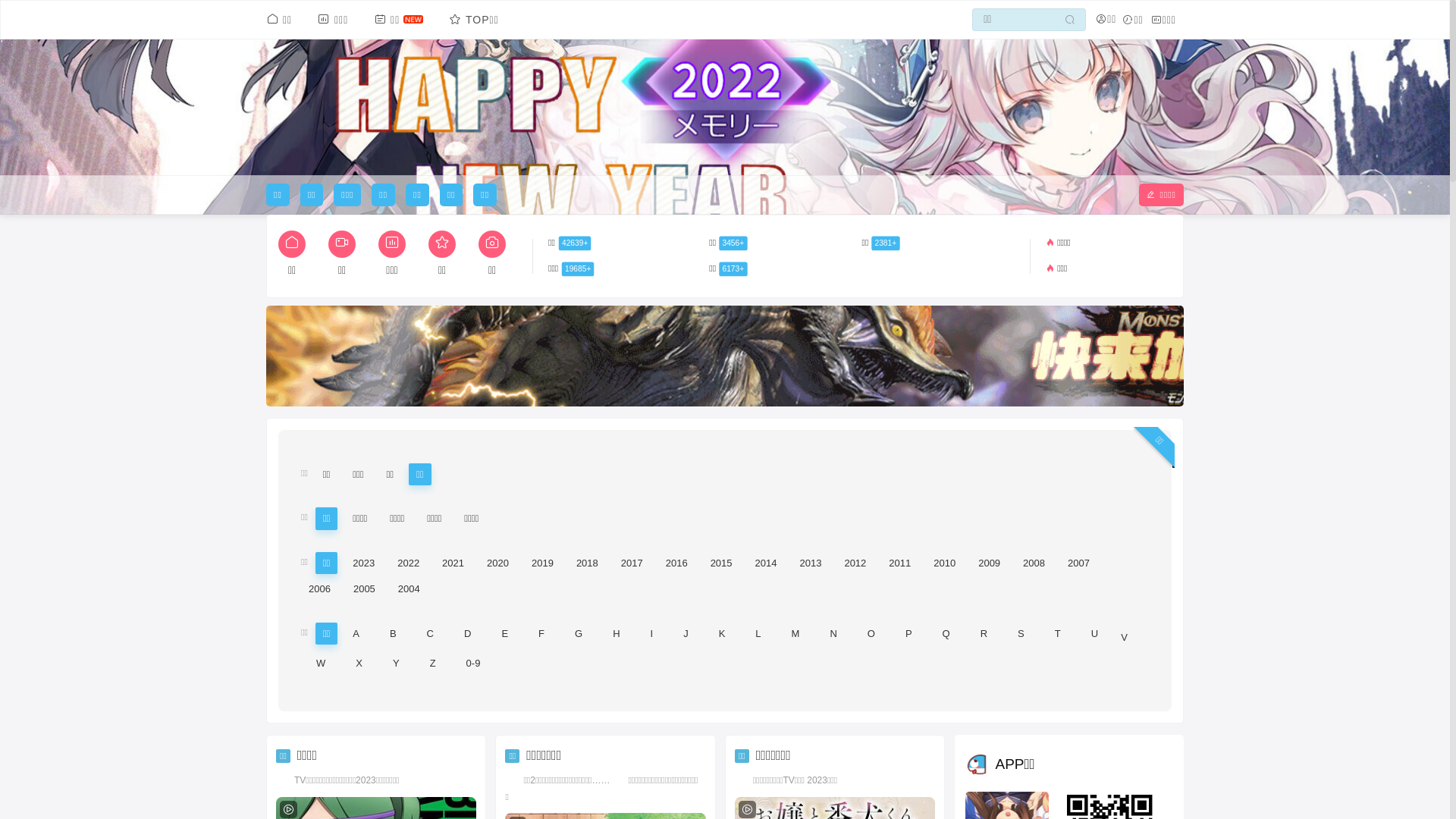  I want to click on 'F', so click(541, 633).